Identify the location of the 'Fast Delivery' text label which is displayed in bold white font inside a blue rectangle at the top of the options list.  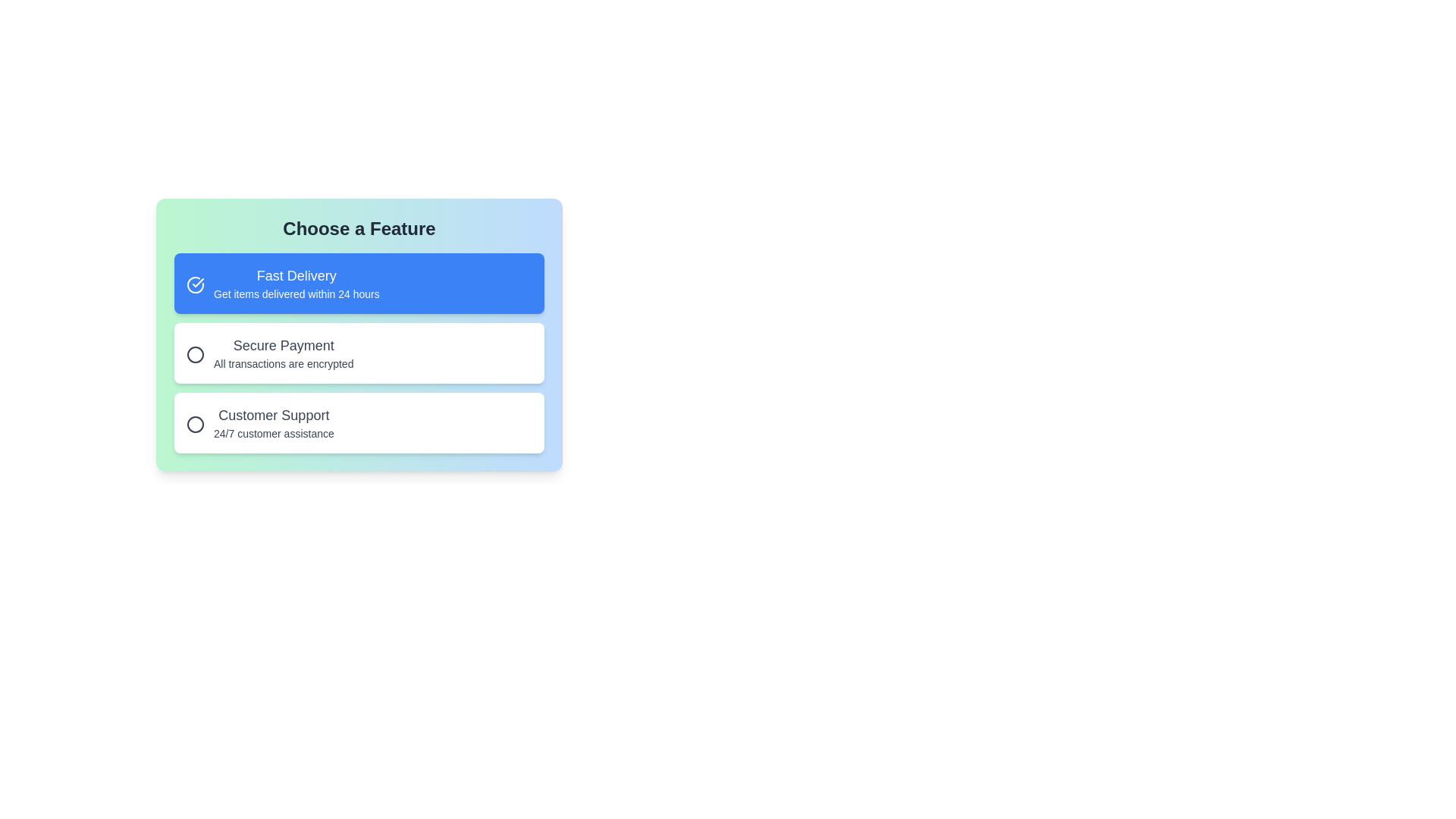
(297, 275).